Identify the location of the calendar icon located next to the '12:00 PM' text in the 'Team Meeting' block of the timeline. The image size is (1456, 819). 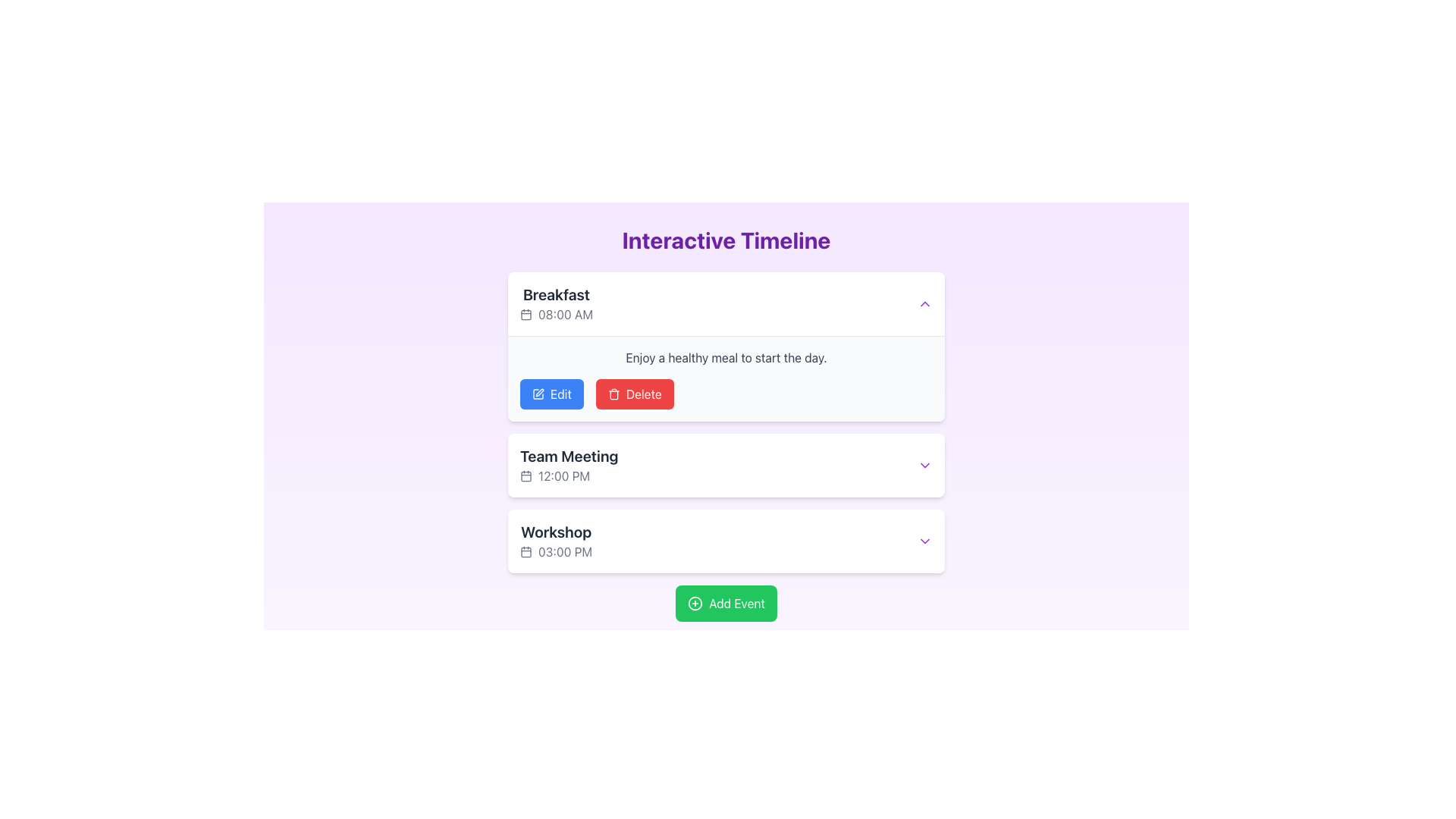
(526, 475).